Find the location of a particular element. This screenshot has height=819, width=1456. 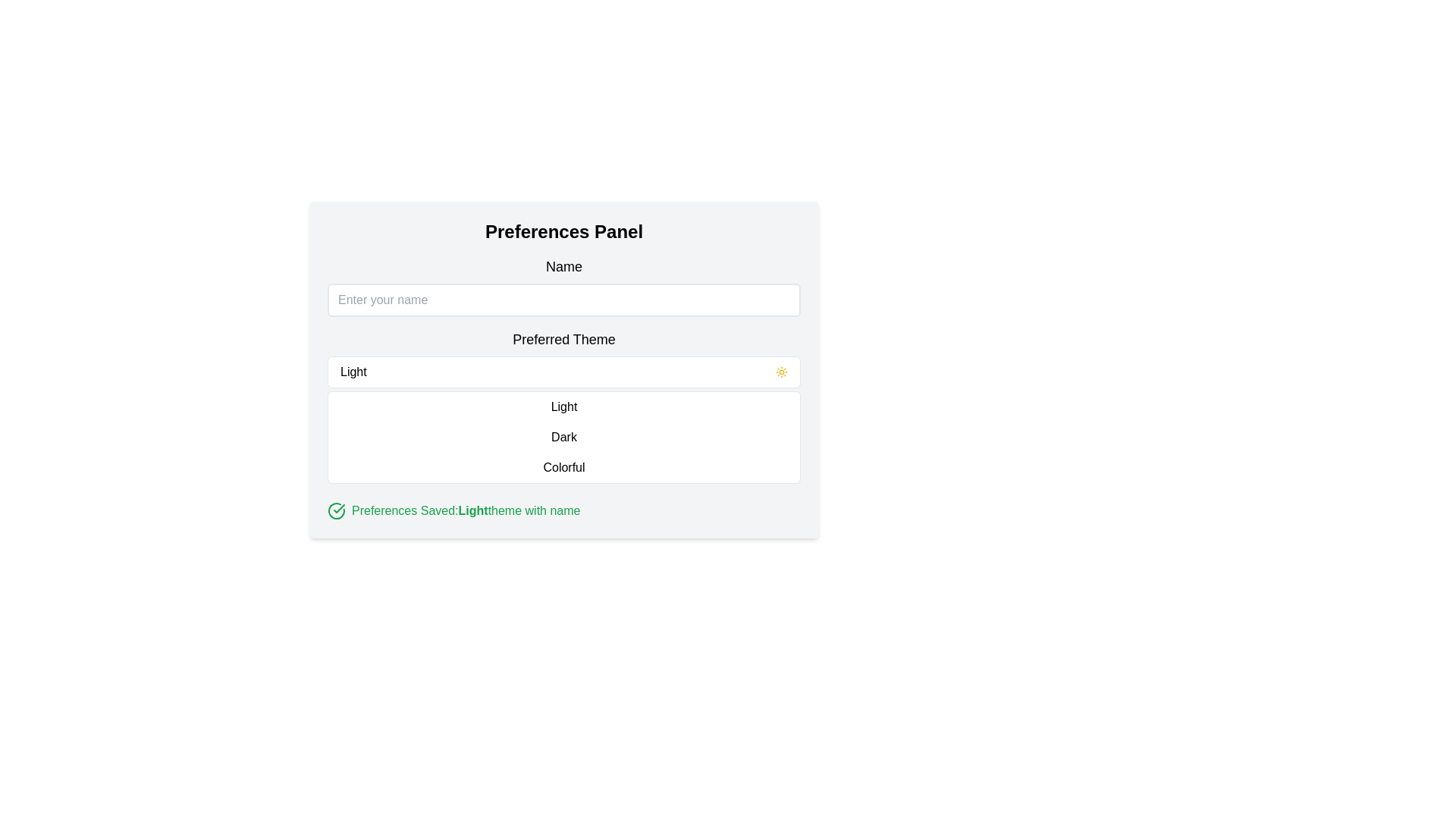

green checkmark icon indicating successful preferences saving located at the bottom left of the Preferences Panel interface, next to the 'Preferences Saved' message is located at coordinates (336, 511).